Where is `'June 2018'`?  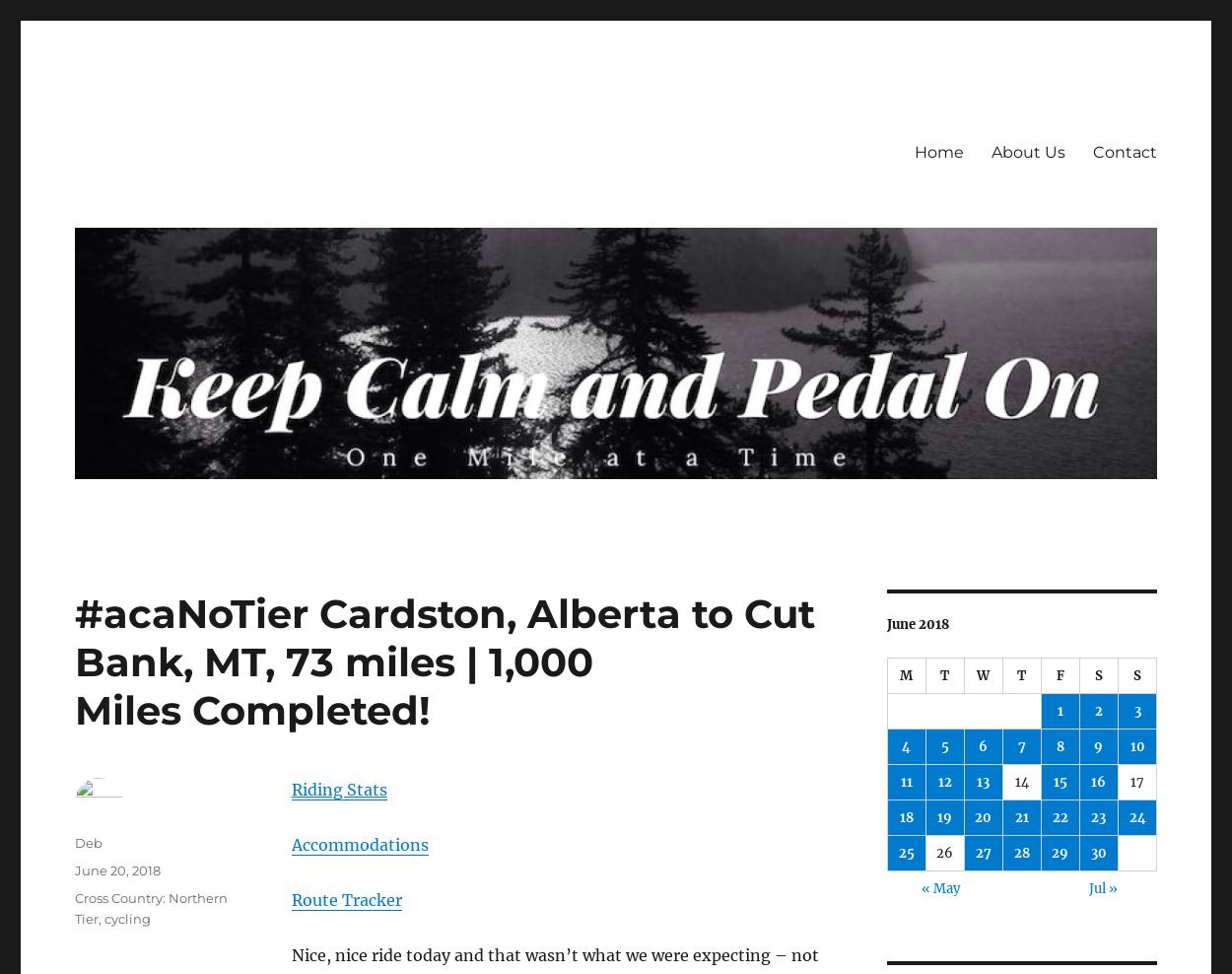 'June 2018' is located at coordinates (885, 623).